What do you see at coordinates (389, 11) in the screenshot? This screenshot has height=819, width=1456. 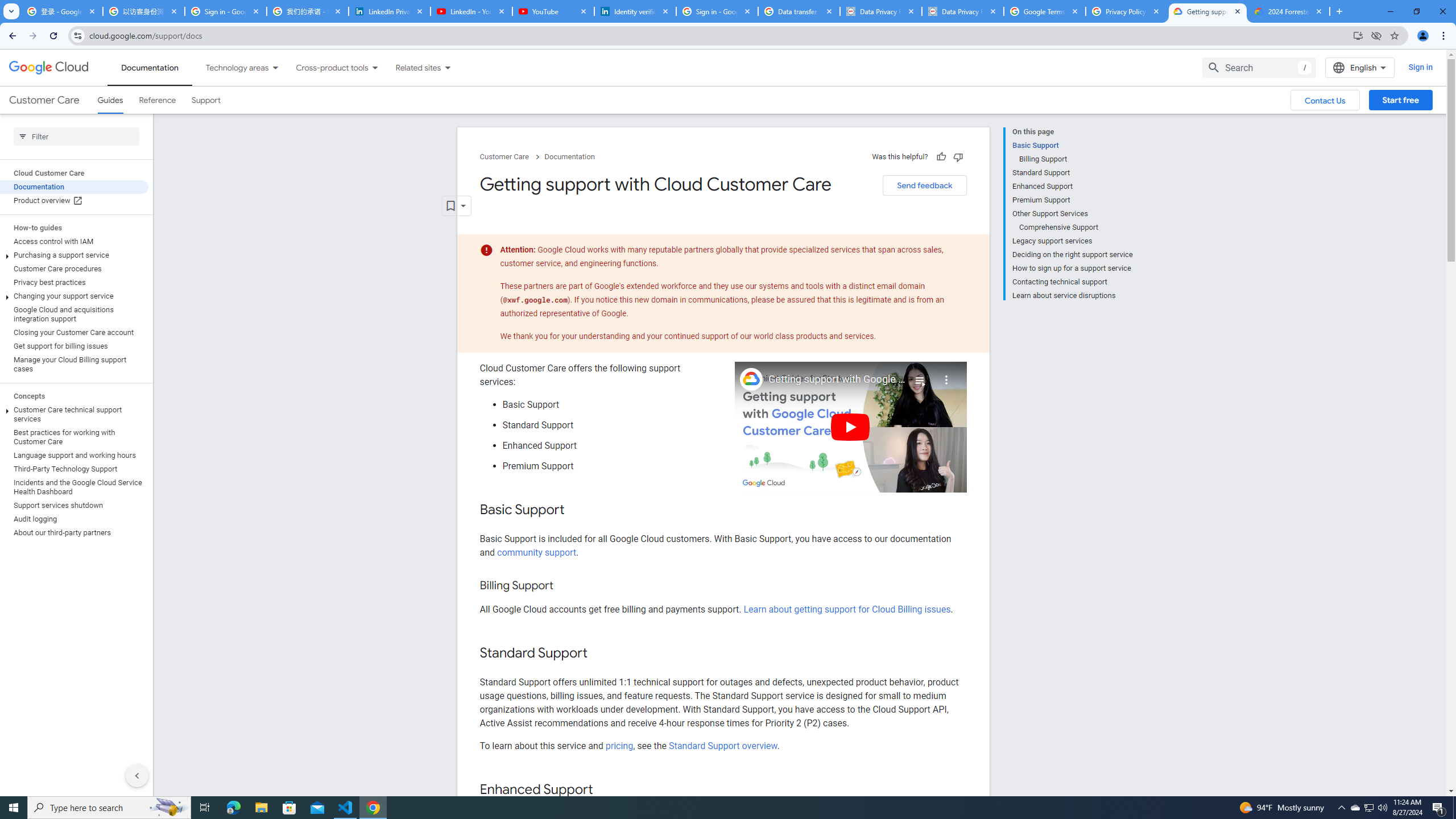 I see `'LinkedIn Privacy Policy'` at bounding box center [389, 11].